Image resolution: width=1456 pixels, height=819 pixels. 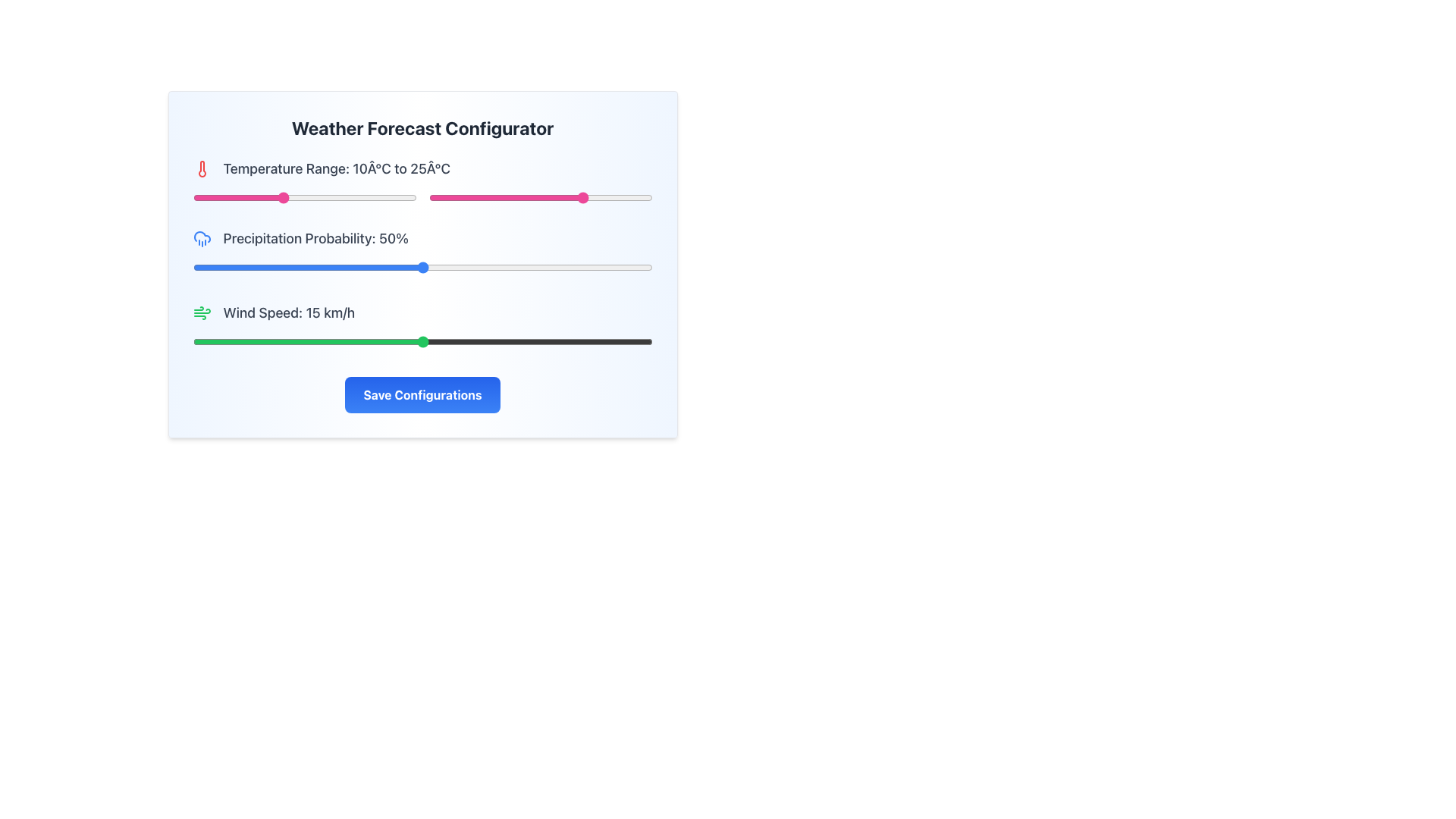 What do you see at coordinates (422, 342) in the screenshot?
I see `the horizontal range slider with rounded edges and a green accent located below the 'Wind Speed: 15 km/h' label` at bounding box center [422, 342].